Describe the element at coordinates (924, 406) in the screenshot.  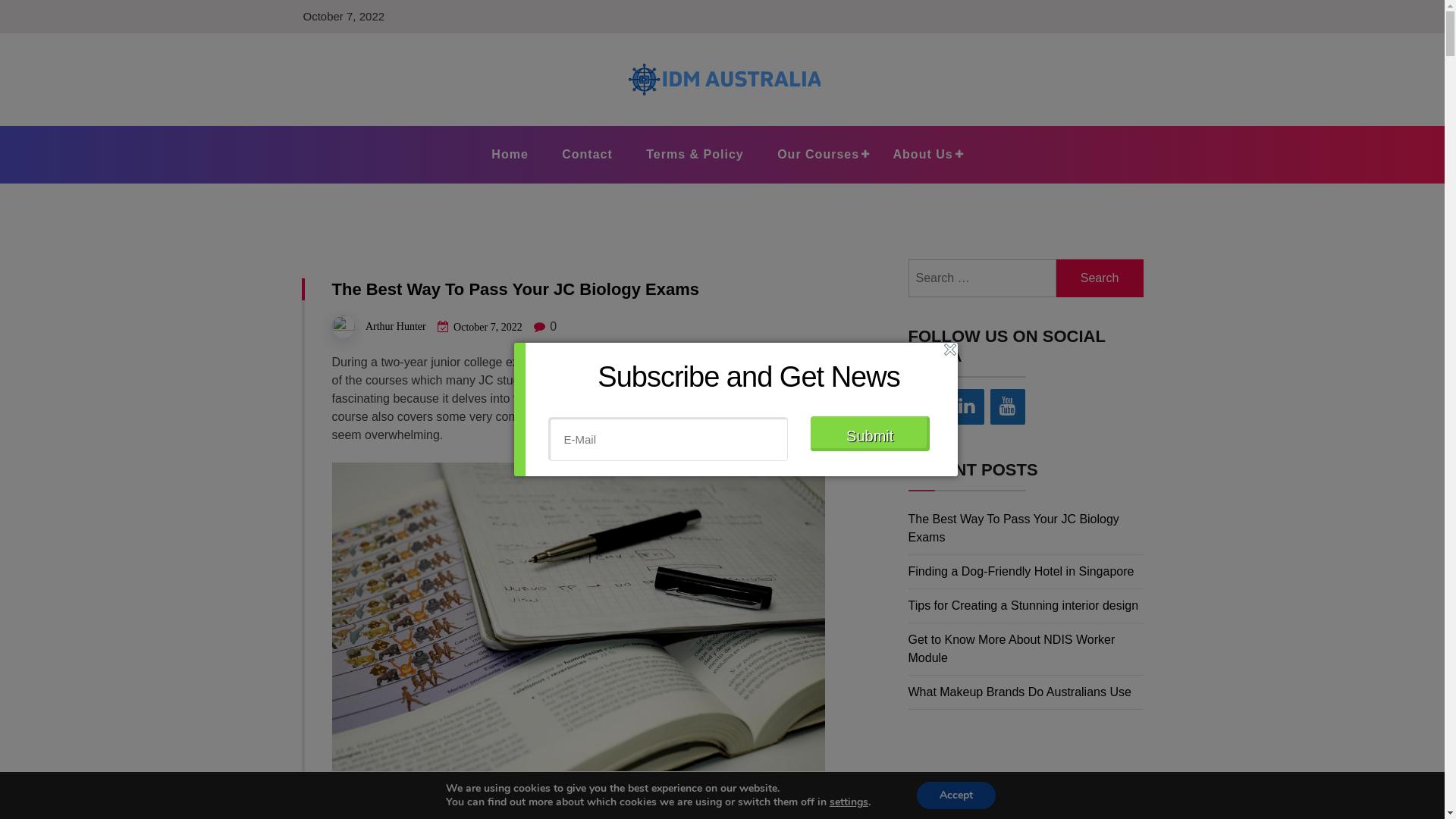
I see `'Facebook'` at that location.